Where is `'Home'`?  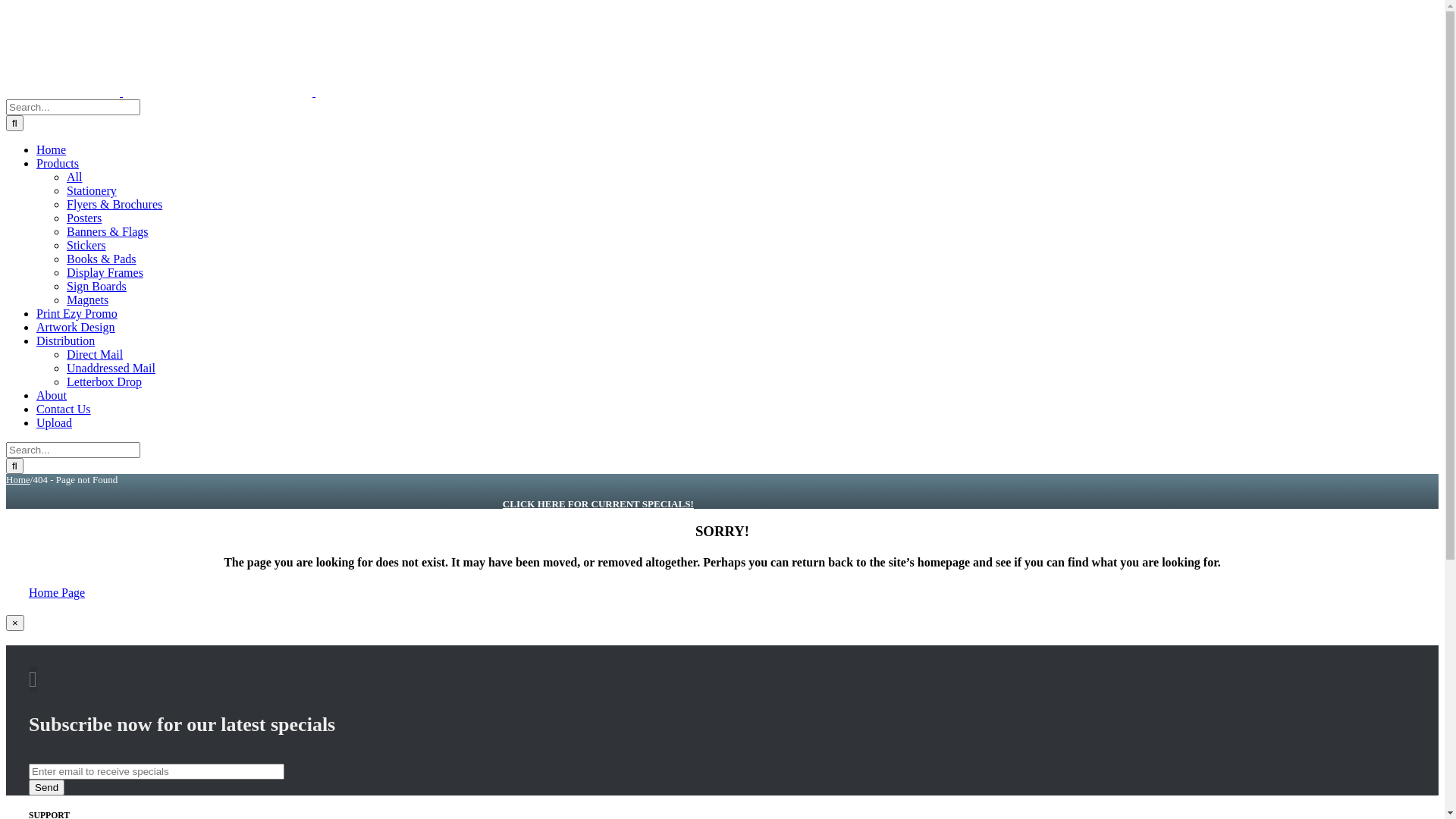
'Home' is located at coordinates (51, 149).